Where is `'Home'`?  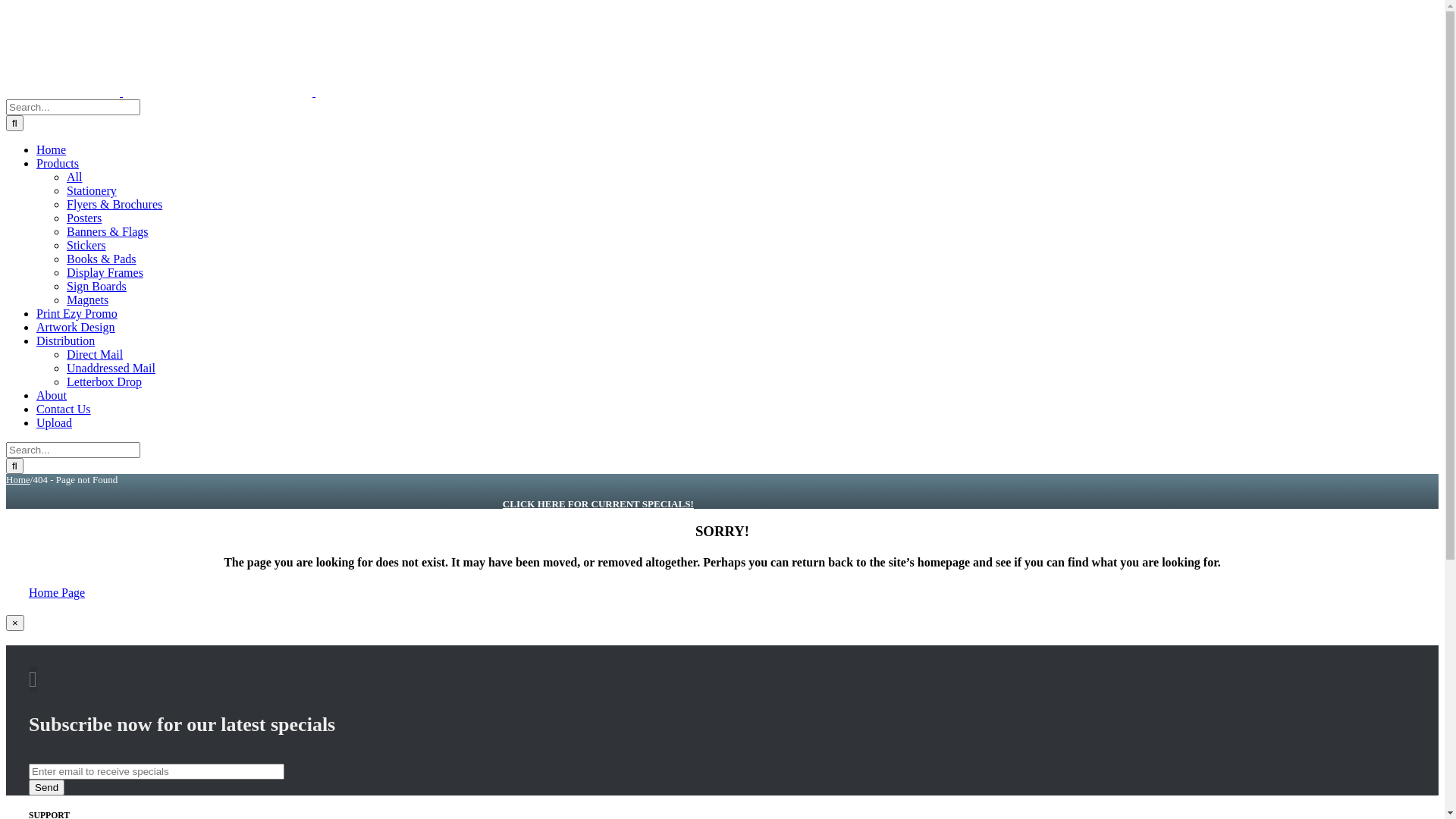
'Home' is located at coordinates (51, 149).